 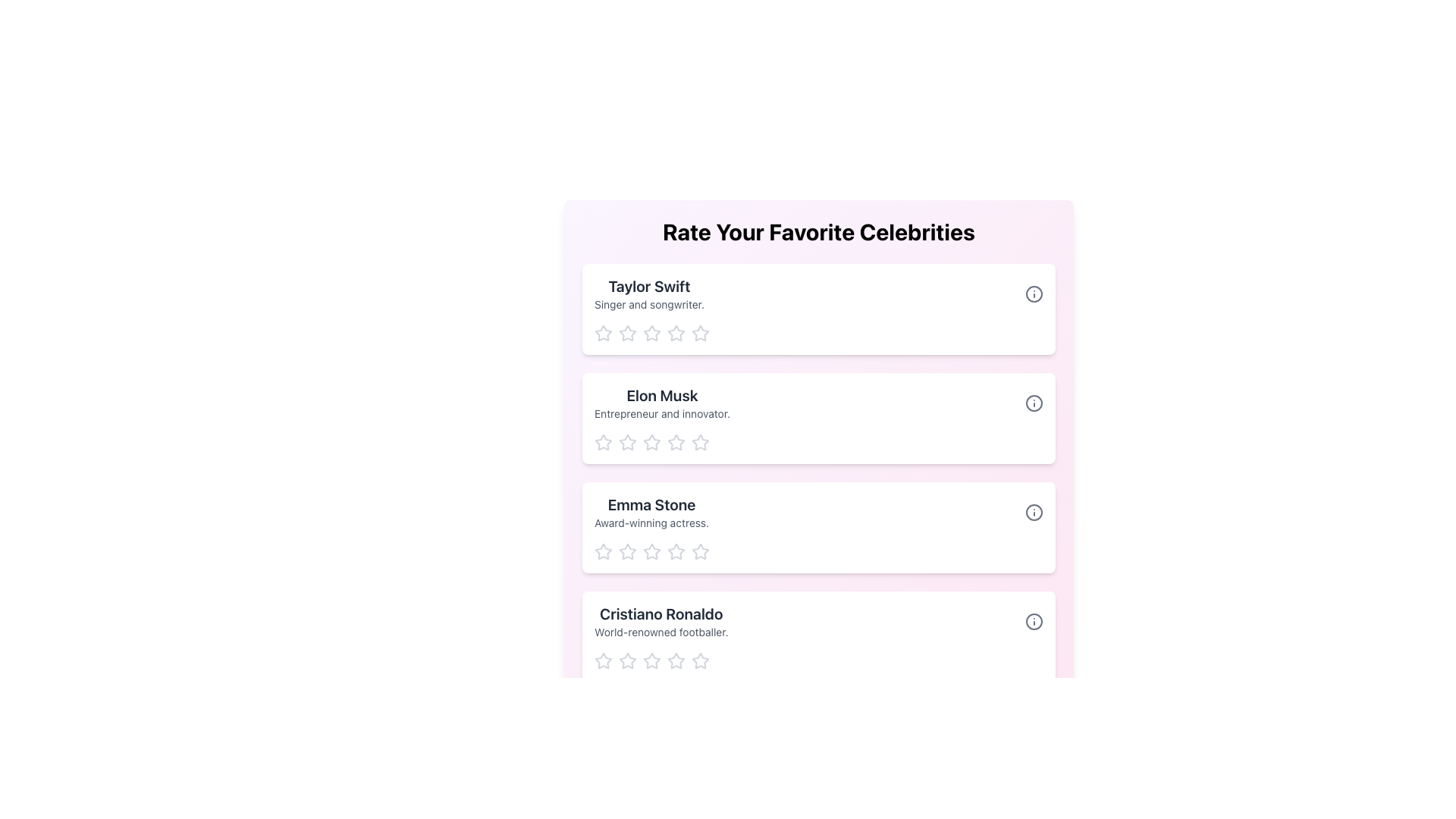 What do you see at coordinates (651, 332) in the screenshot?
I see `the first star icon in the rating system for 'Taylor Swift'` at bounding box center [651, 332].